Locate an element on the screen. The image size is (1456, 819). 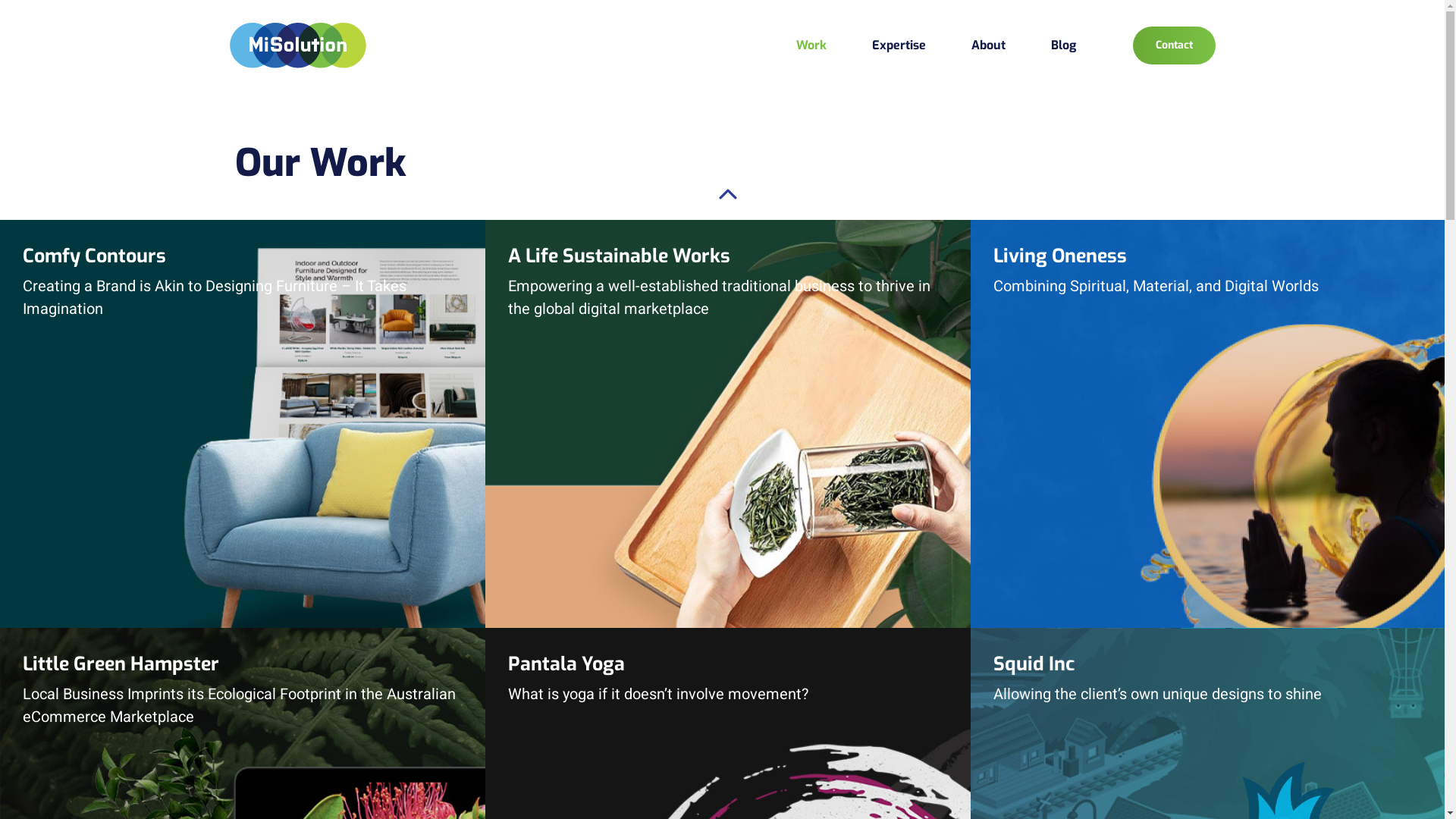
'Contact' is located at coordinates (1132, 45).